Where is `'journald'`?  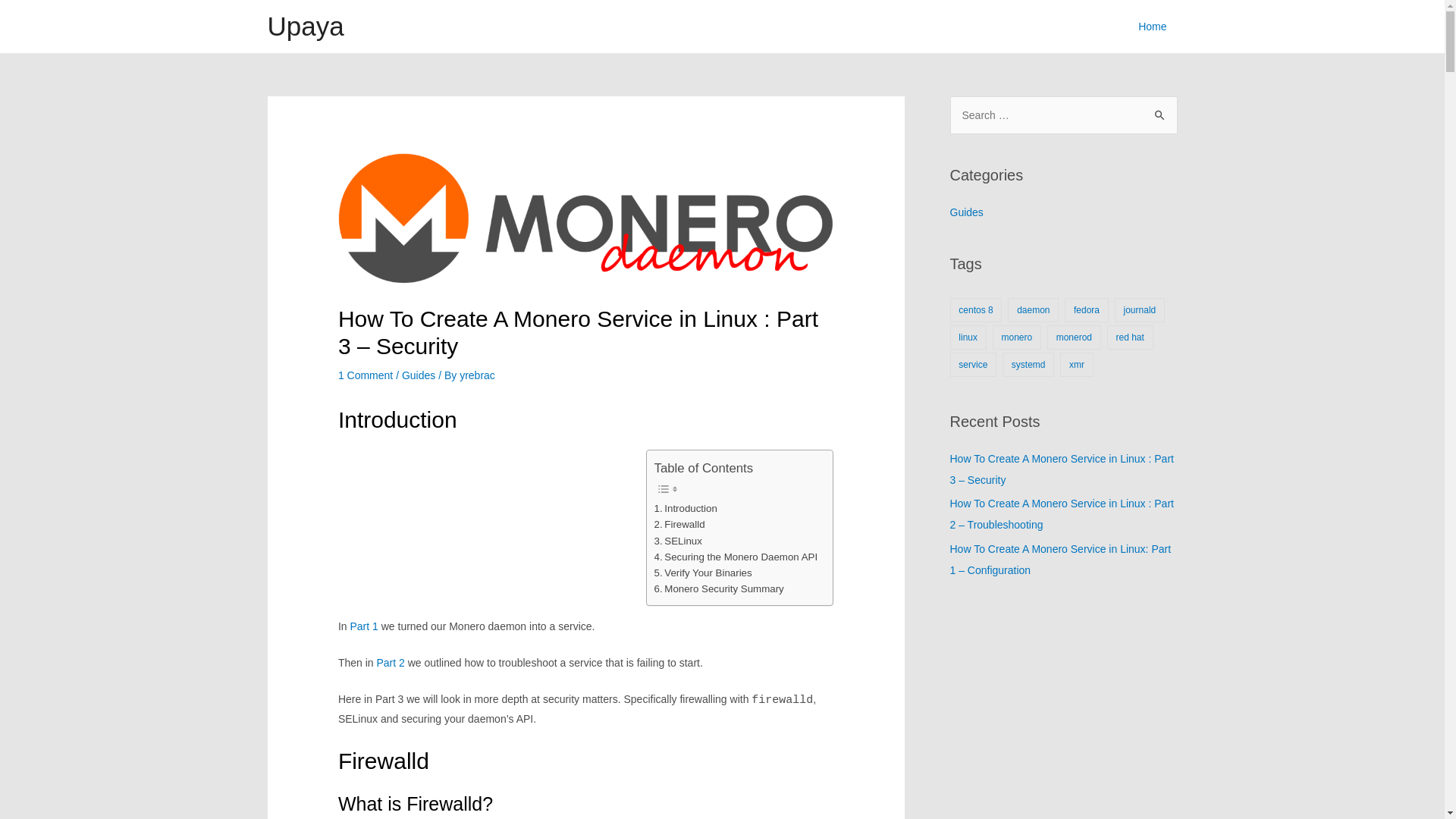
'journald' is located at coordinates (1139, 309).